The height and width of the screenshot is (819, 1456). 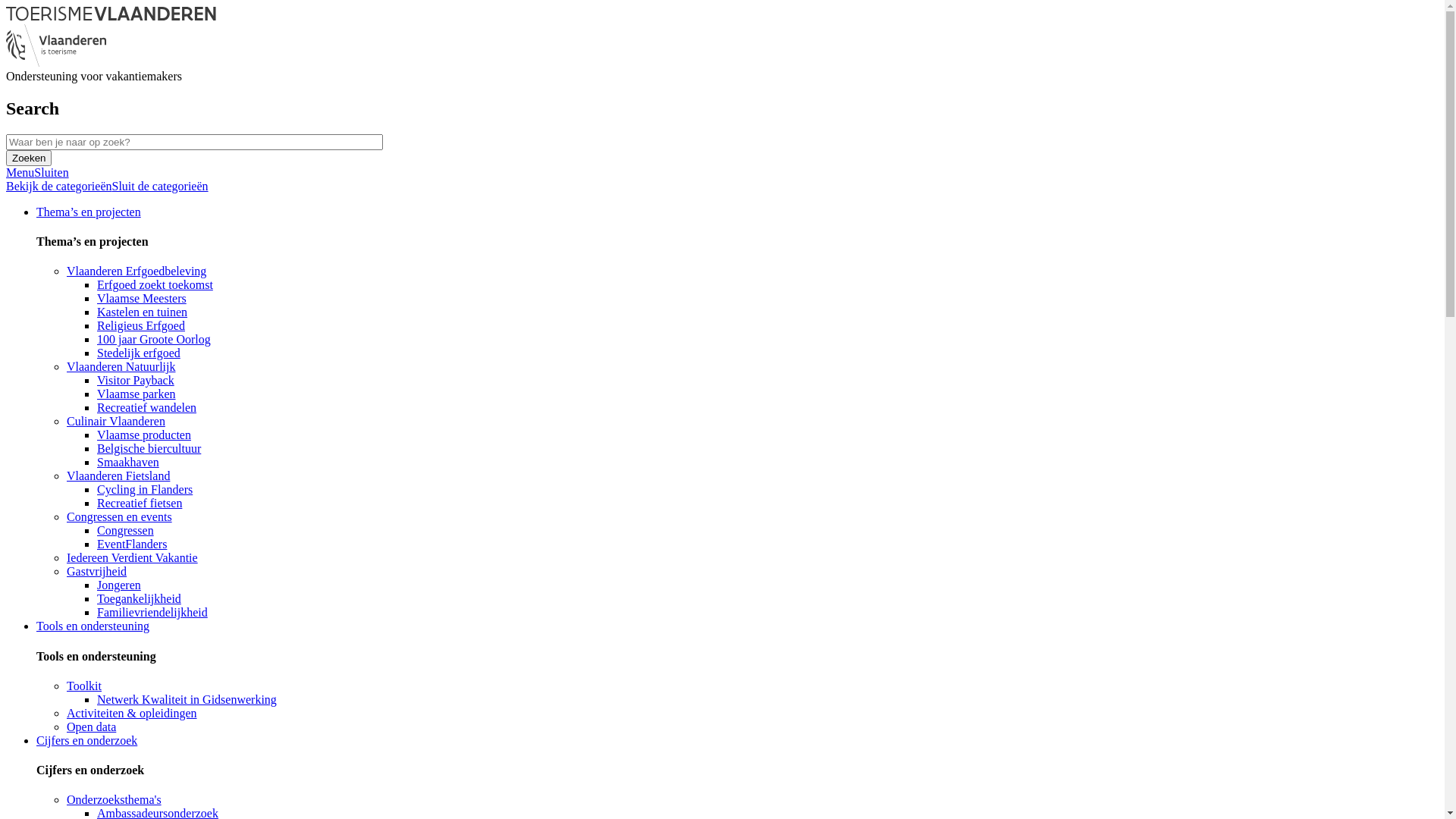 What do you see at coordinates (90, 726) in the screenshot?
I see `'Open data'` at bounding box center [90, 726].